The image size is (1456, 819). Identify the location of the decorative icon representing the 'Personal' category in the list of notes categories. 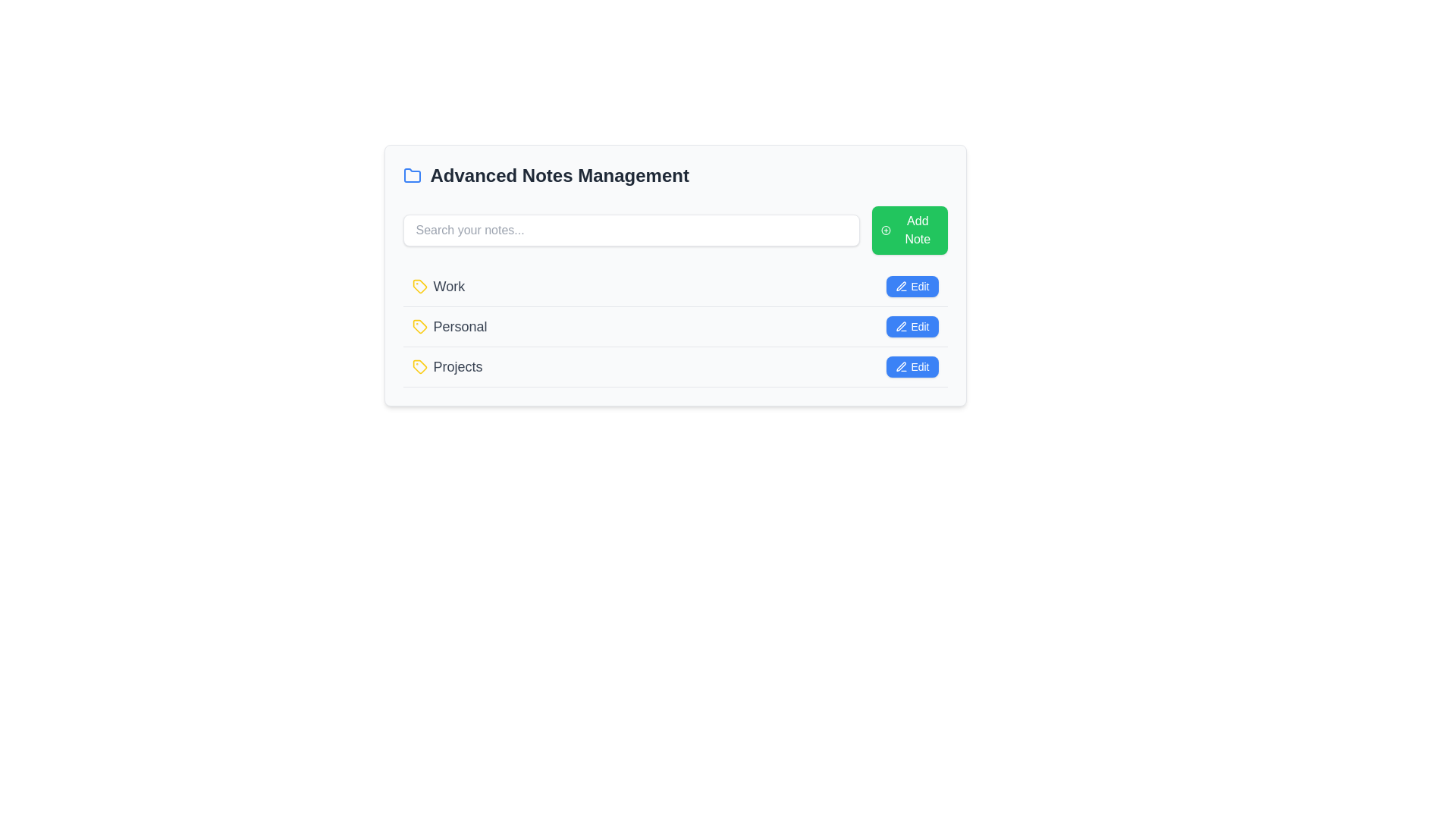
(419, 326).